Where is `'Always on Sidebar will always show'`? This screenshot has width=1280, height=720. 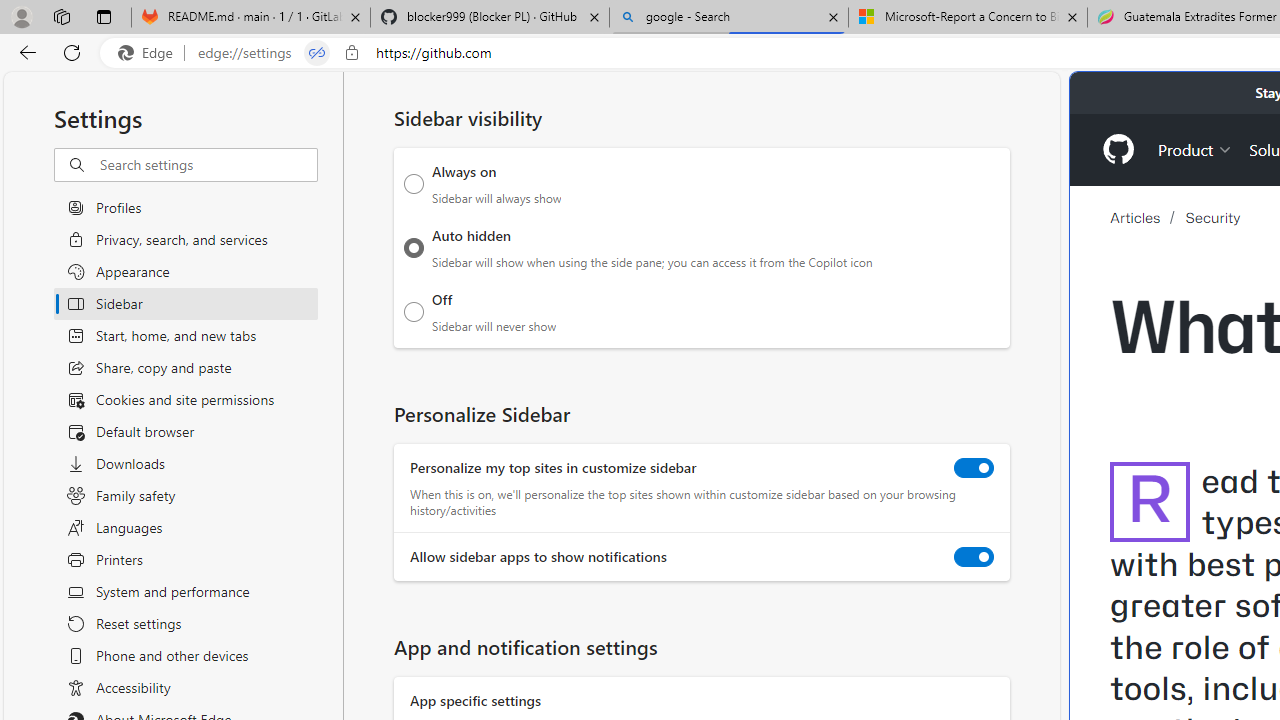 'Always on Sidebar will always show' is located at coordinates (413, 183).